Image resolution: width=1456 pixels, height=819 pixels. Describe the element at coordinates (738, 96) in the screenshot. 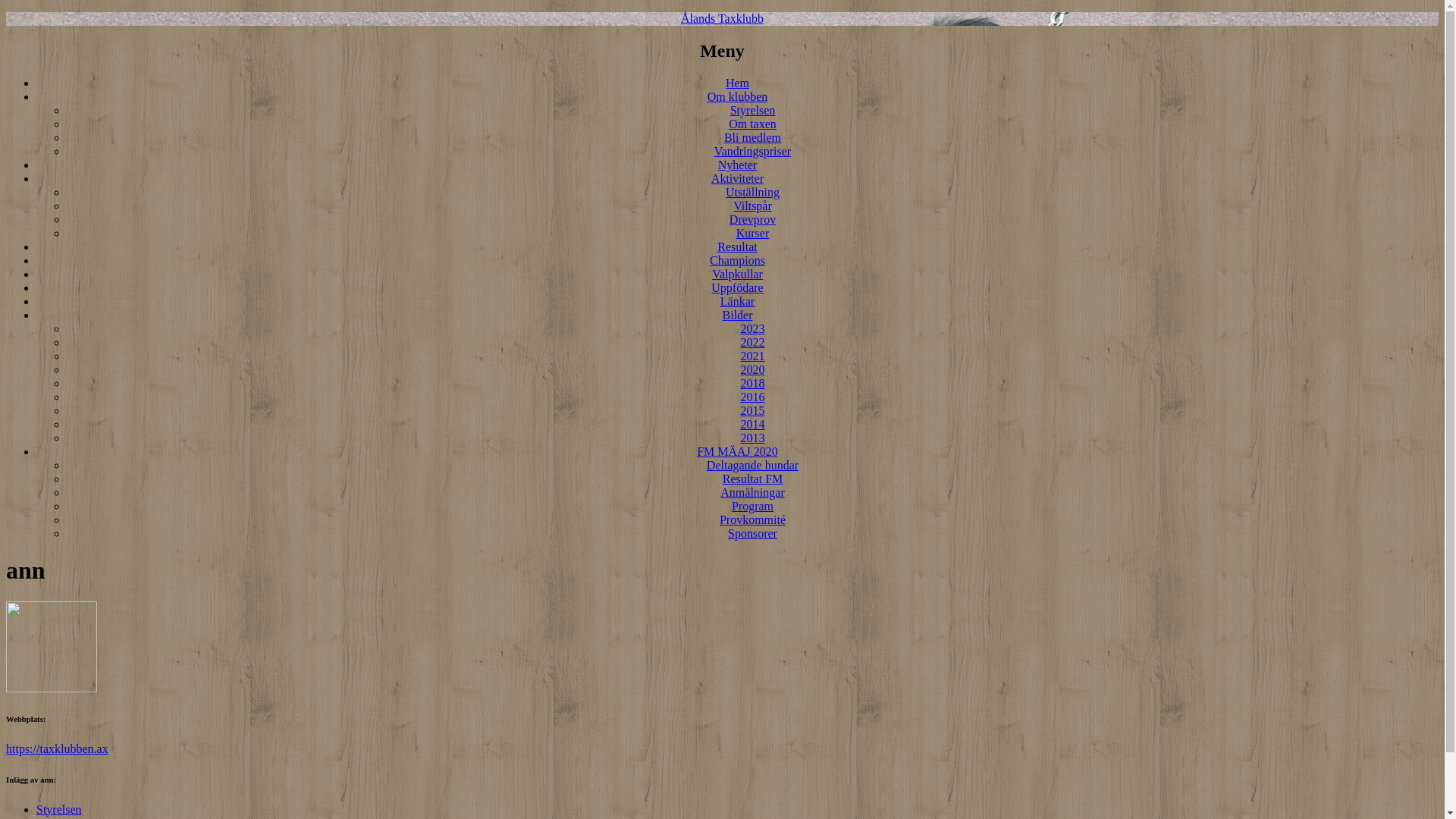

I see `'Om klubben'` at that location.